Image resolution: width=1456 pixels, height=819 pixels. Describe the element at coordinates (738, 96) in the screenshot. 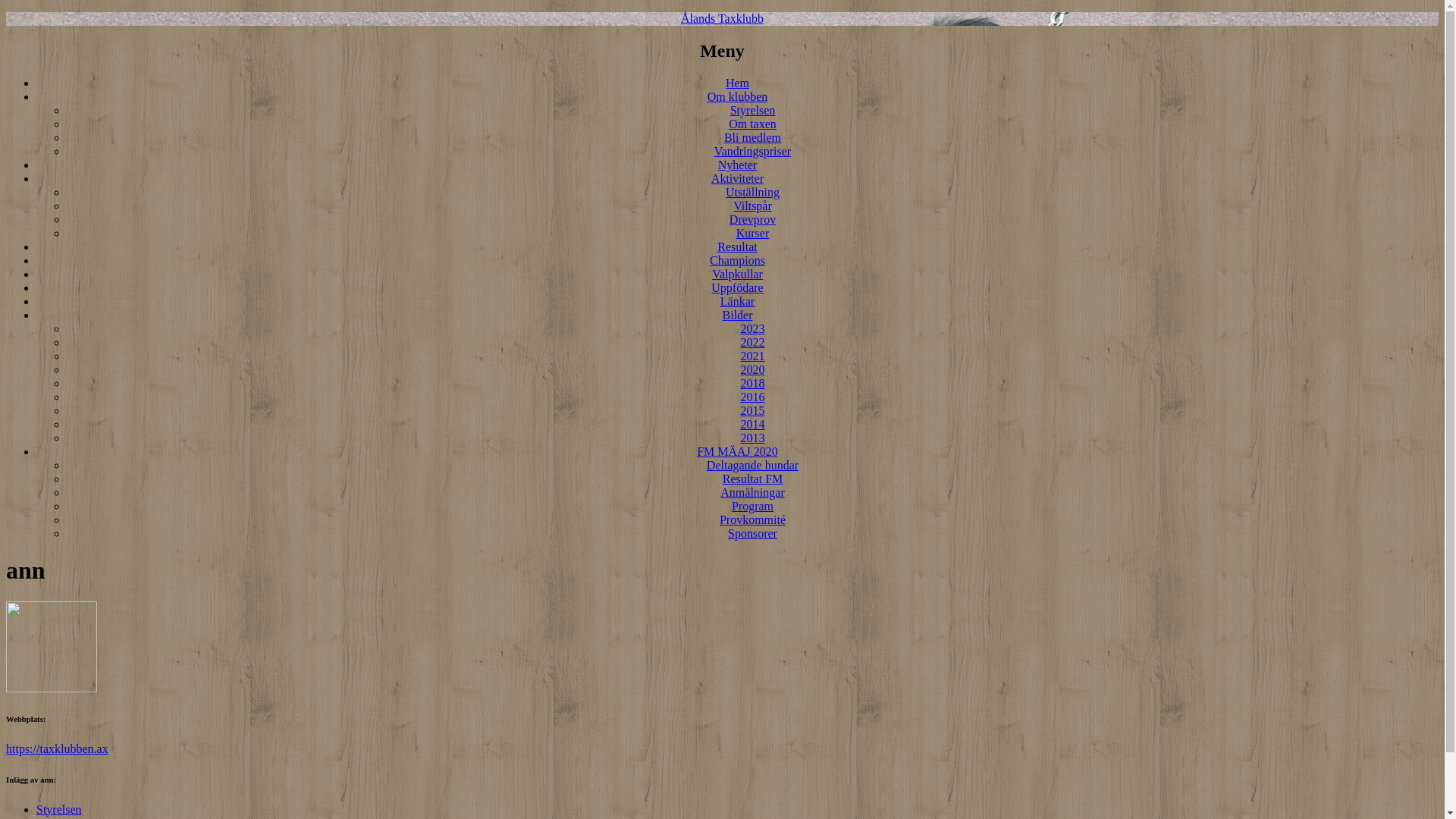

I see `'Om klubben'` at that location.